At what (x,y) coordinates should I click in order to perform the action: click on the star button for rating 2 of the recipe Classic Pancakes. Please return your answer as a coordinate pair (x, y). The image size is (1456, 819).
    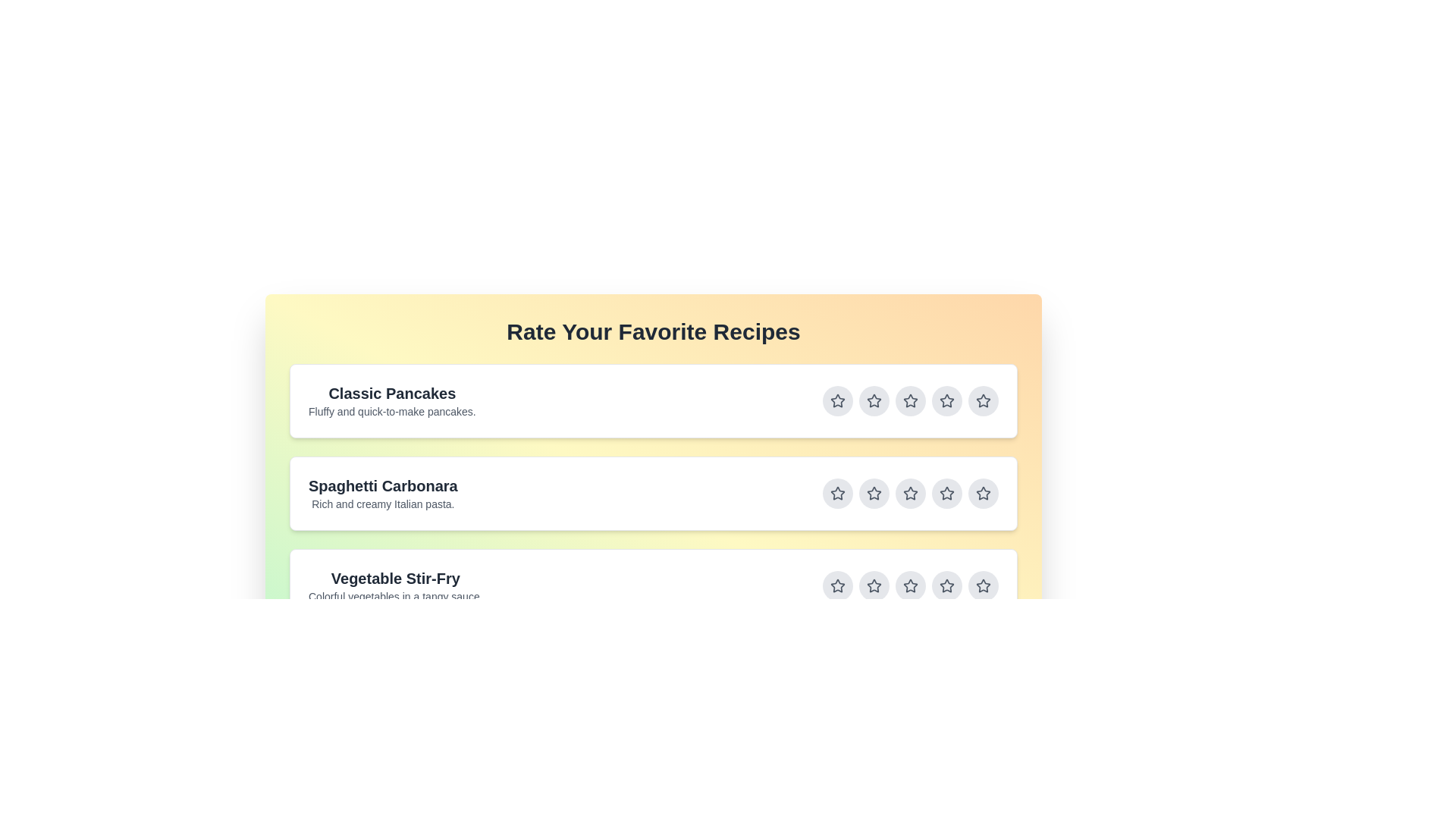
    Looking at the image, I should click on (874, 400).